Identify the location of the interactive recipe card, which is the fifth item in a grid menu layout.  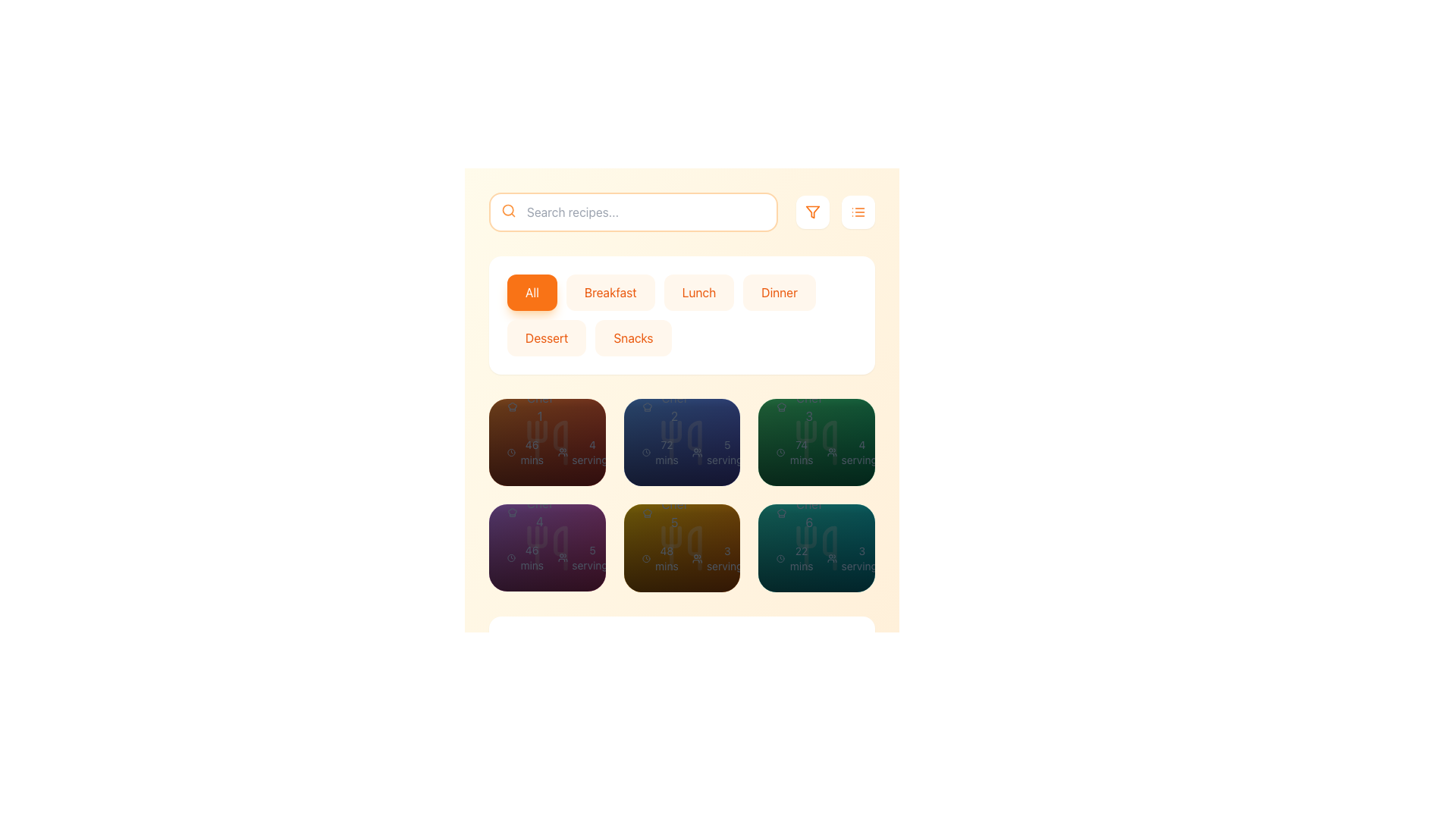
(681, 548).